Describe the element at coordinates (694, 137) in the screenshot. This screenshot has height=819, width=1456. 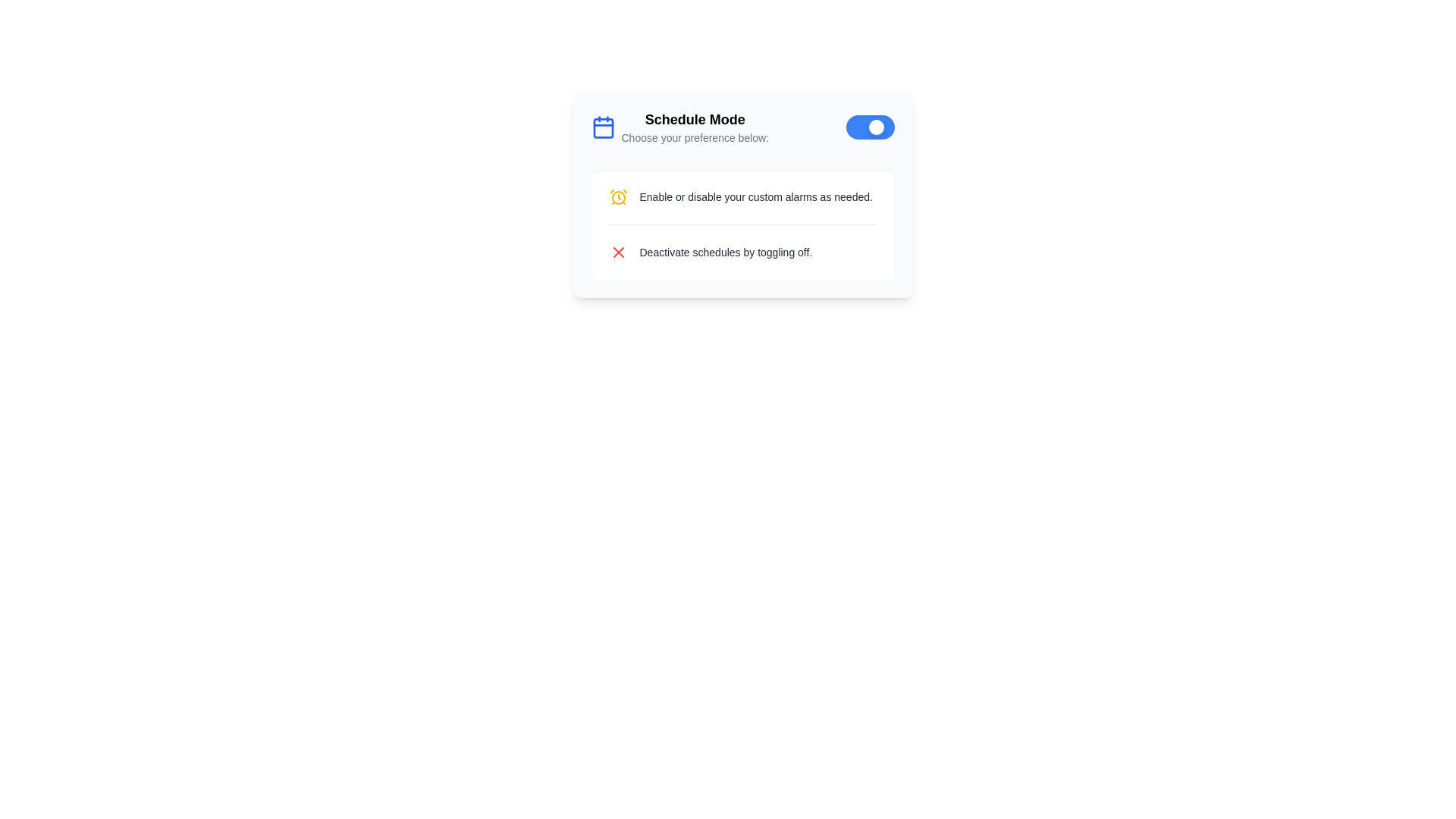
I see `the static text displaying 'Choose your preference below:' which is styled in gray and appears beneath the heading 'Schedule Mode'` at that location.